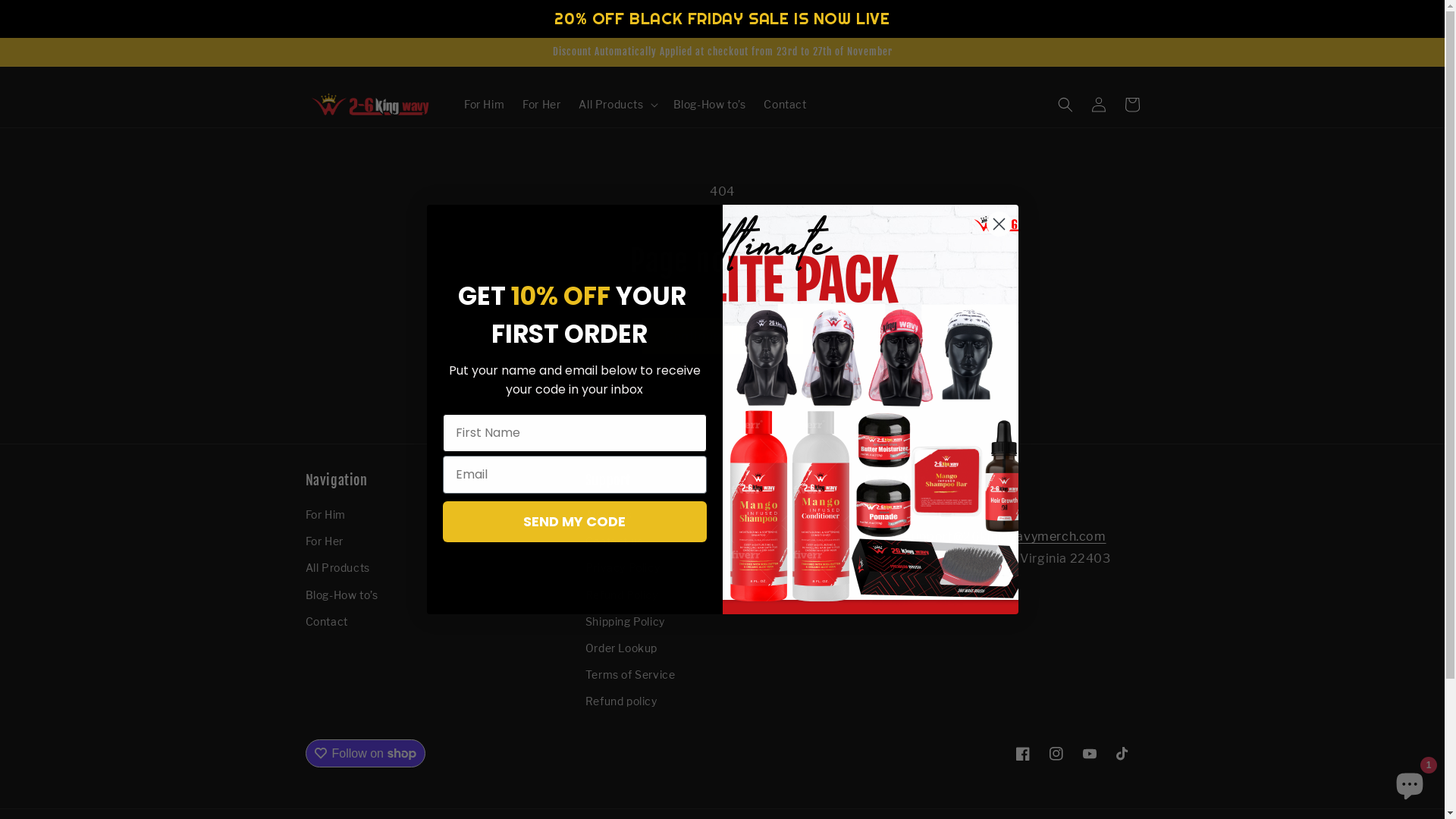 The image size is (1456, 819). What do you see at coordinates (1131, 104) in the screenshot?
I see `'Cart'` at bounding box center [1131, 104].